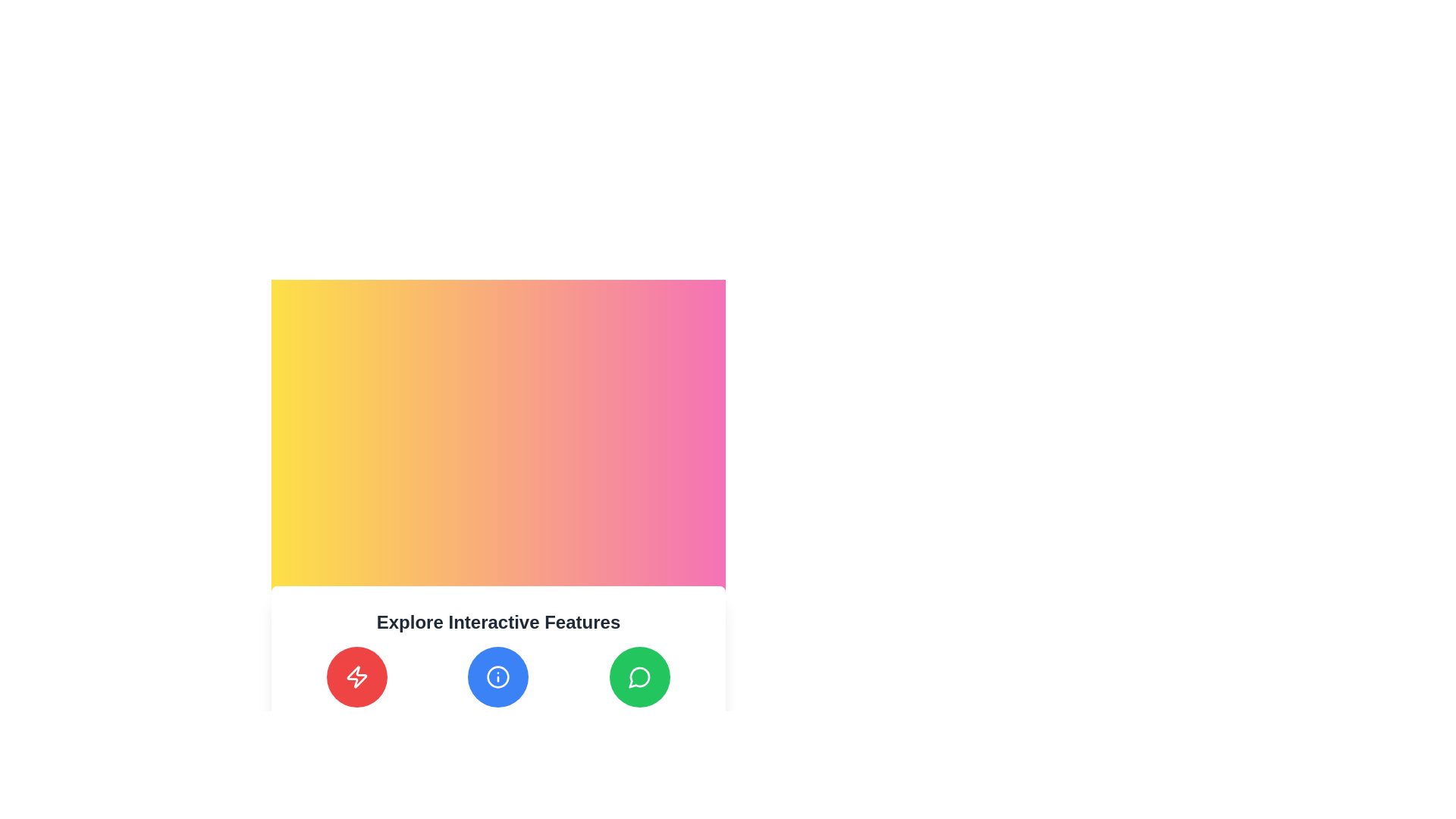 The image size is (1456, 819). I want to click on the stylized lightning bolt icon within the circular red button located to the far left of the horizontal row of buttons below the 'Explore Interactive Features' text prompt, so click(356, 676).